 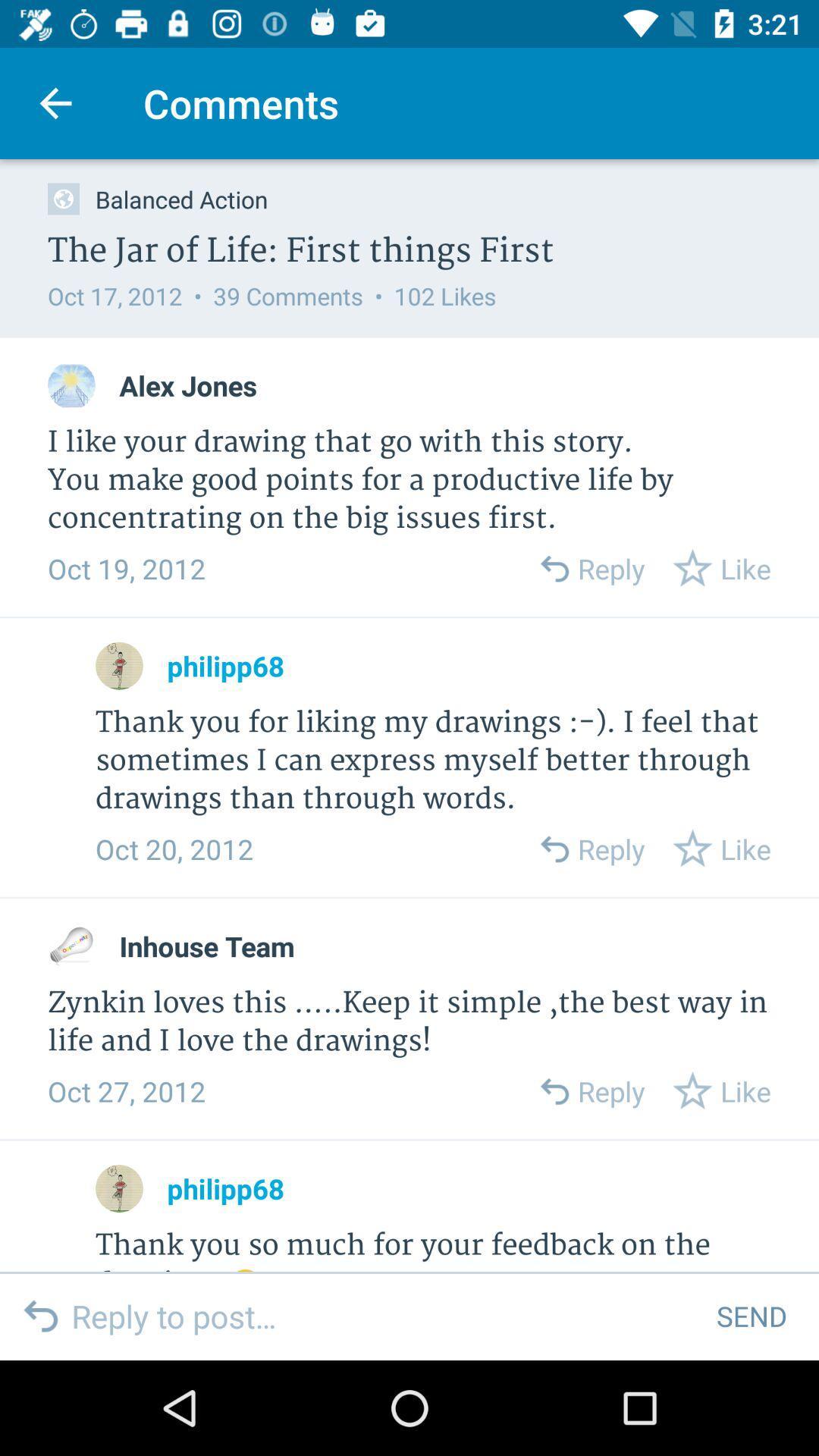 I want to click on the inhouse team icon, so click(x=207, y=946).